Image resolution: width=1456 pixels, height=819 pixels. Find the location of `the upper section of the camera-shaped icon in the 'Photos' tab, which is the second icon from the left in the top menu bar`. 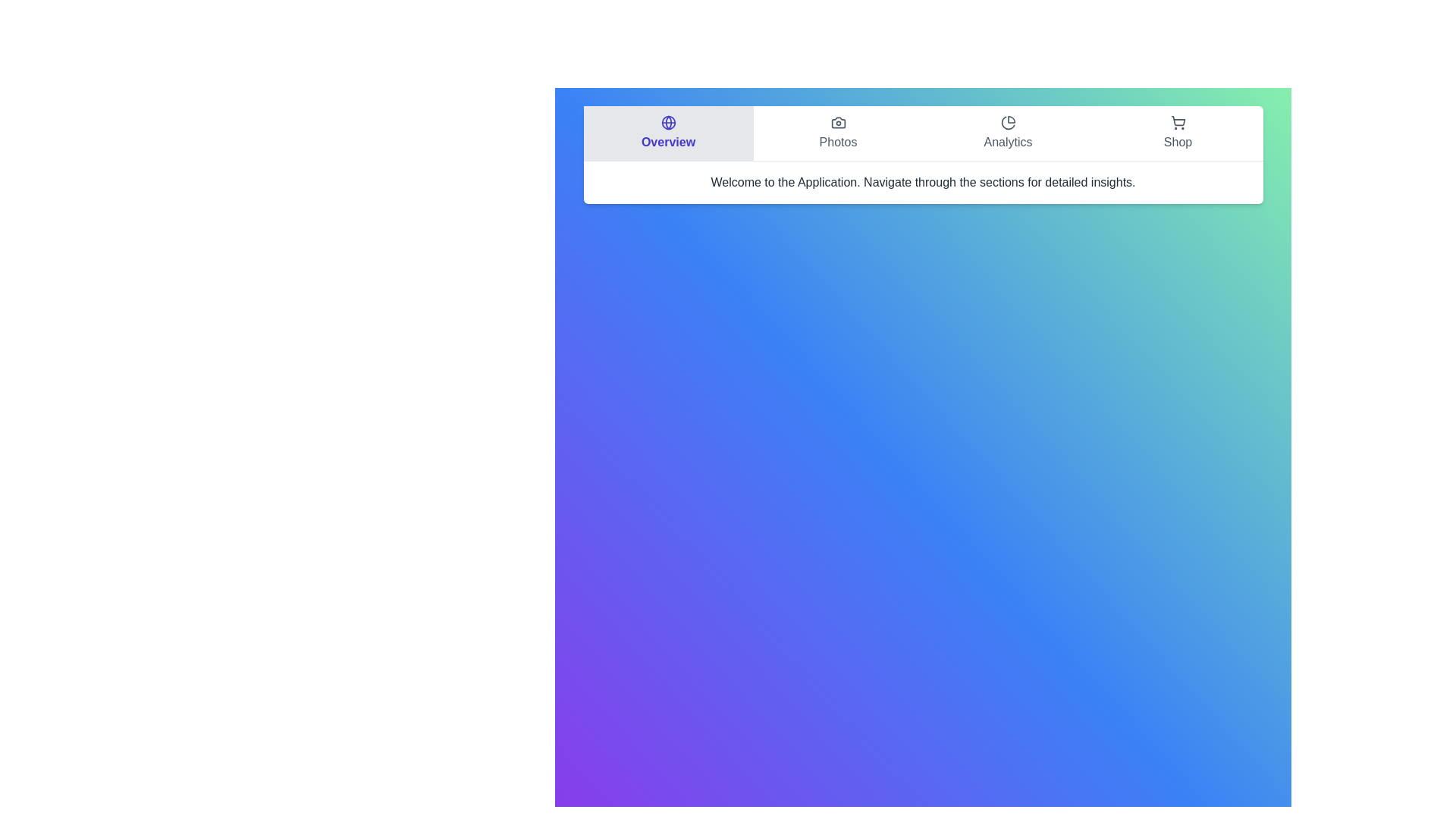

the upper section of the camera-shaped icon in the 'Photos' tab, which is the second icon from the left in the top menu bar is located at coordinates (837, 122).